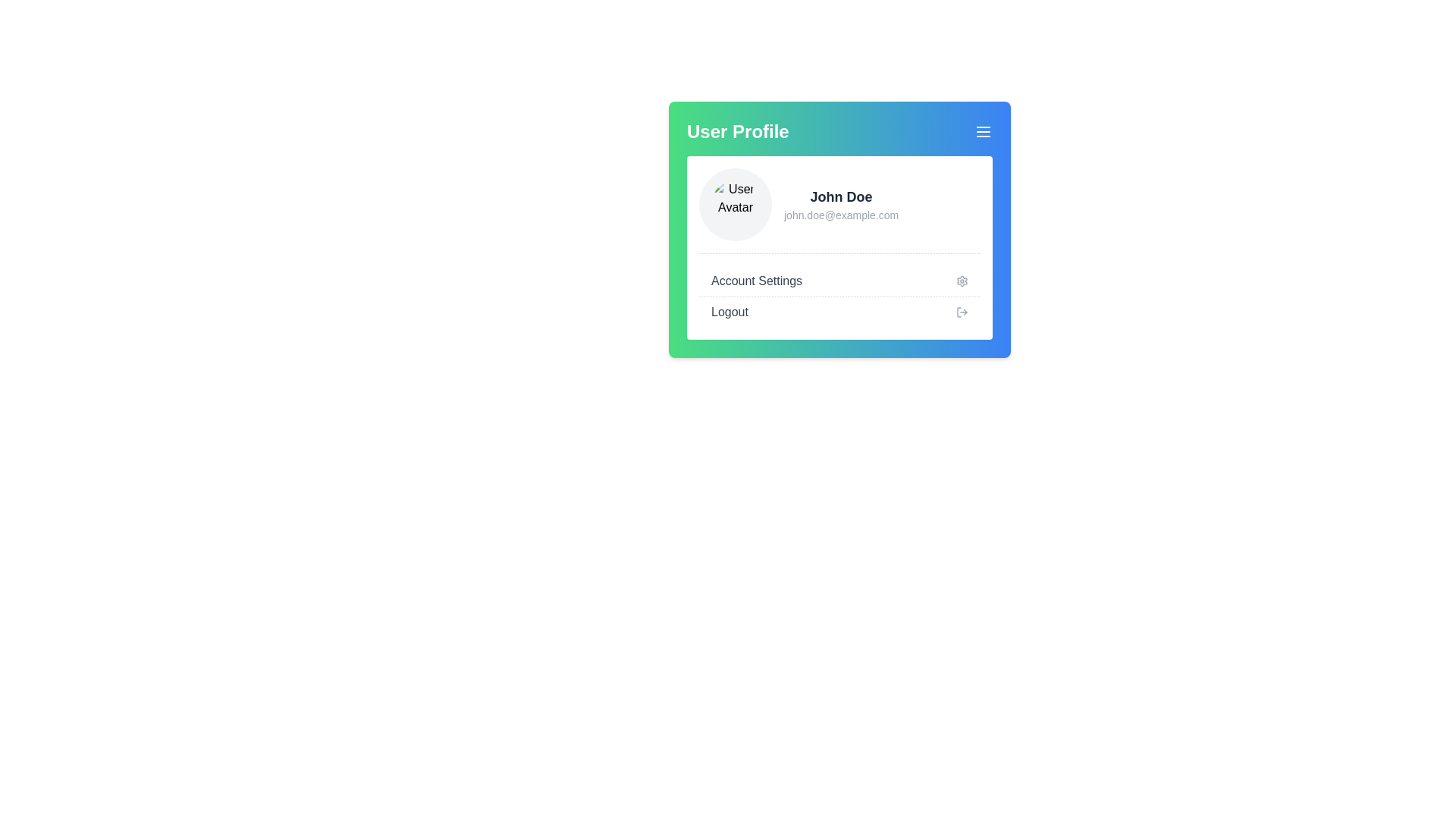  What do you see at coordinates (983, 130) in the screenshot?
I see `the Menu icon button, which consists of three horizontally aligned white lines located` at bounding box center [983, 130].